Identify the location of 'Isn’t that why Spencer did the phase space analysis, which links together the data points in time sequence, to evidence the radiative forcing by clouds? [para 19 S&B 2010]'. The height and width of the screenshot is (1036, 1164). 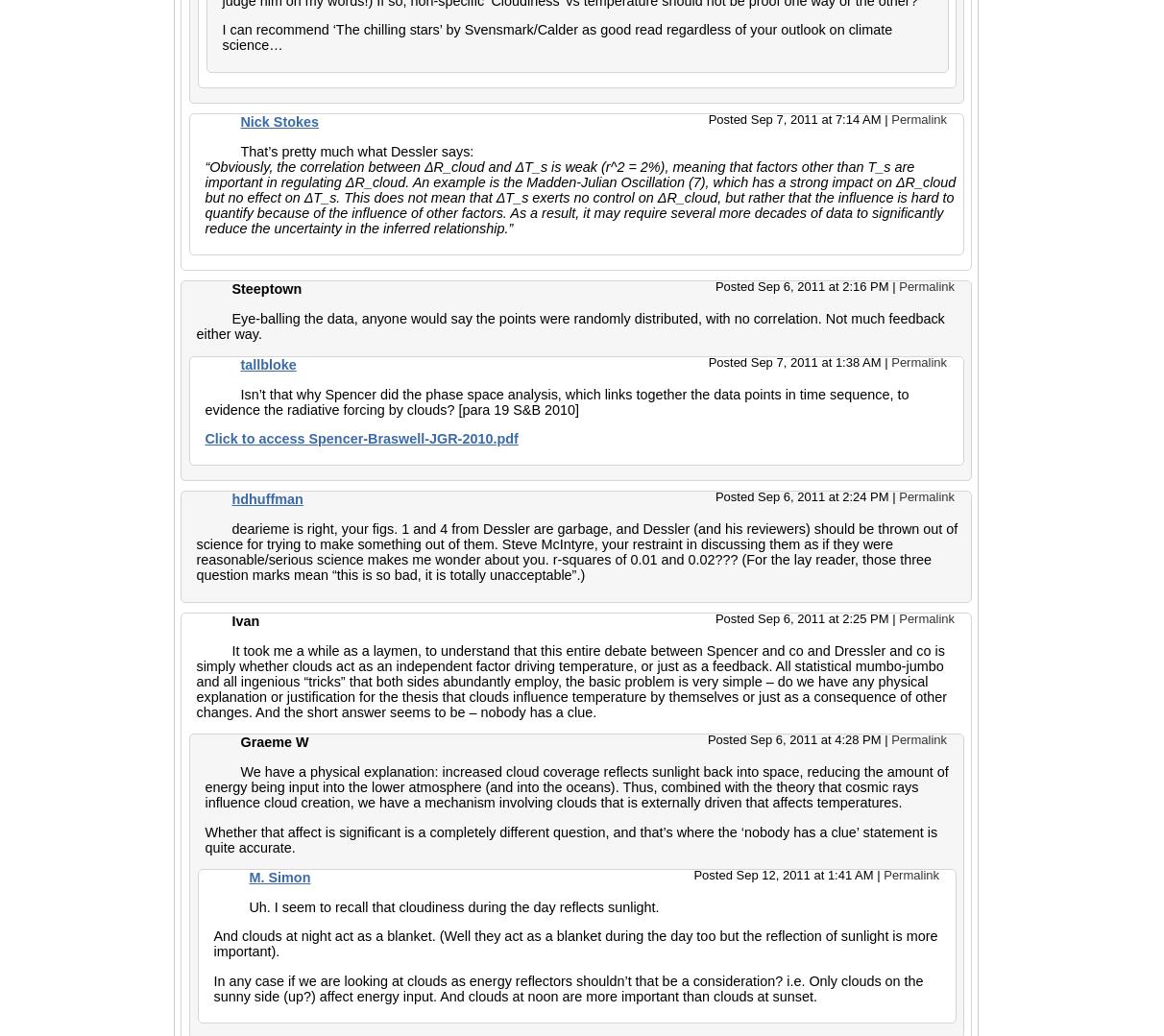
(556, 401).